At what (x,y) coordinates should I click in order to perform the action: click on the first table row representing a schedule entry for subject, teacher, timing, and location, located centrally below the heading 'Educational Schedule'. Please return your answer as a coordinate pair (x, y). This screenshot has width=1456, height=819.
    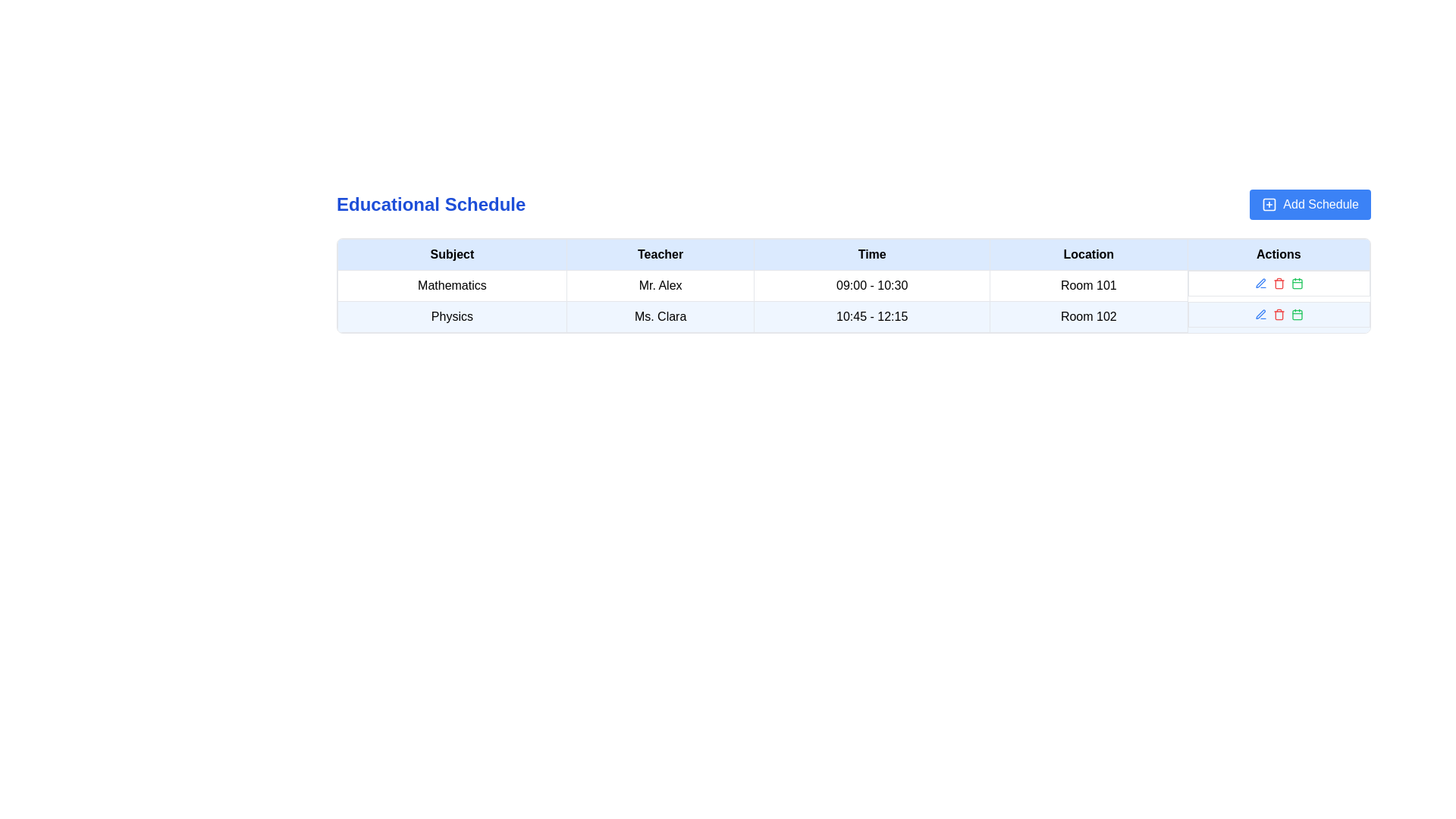
    Looking at the image, I should click on (854, 286).